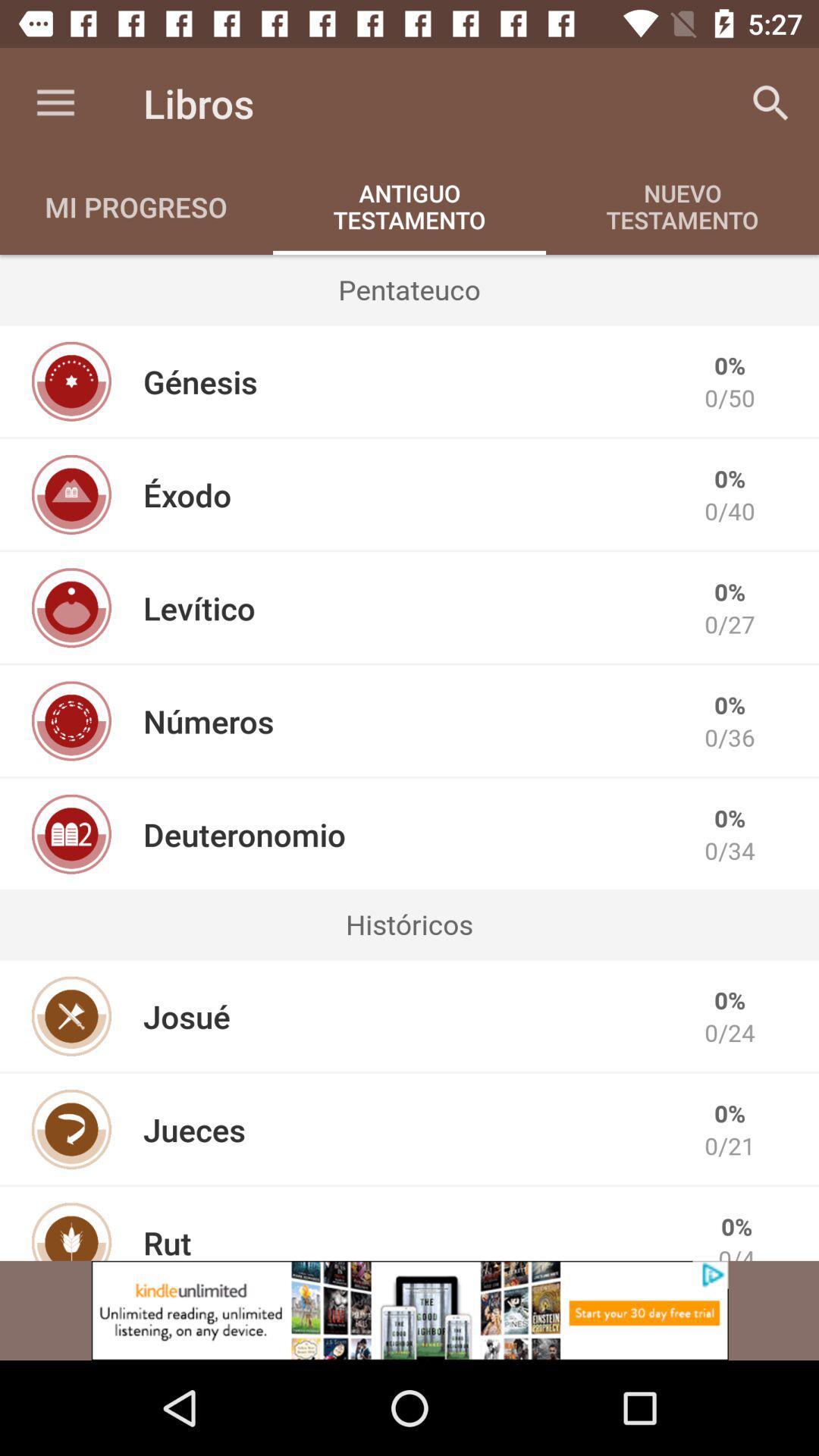  Describe the element at coordinates (55, 102) in the screenshot. I see `the item to the left of the libros icon` at that location.